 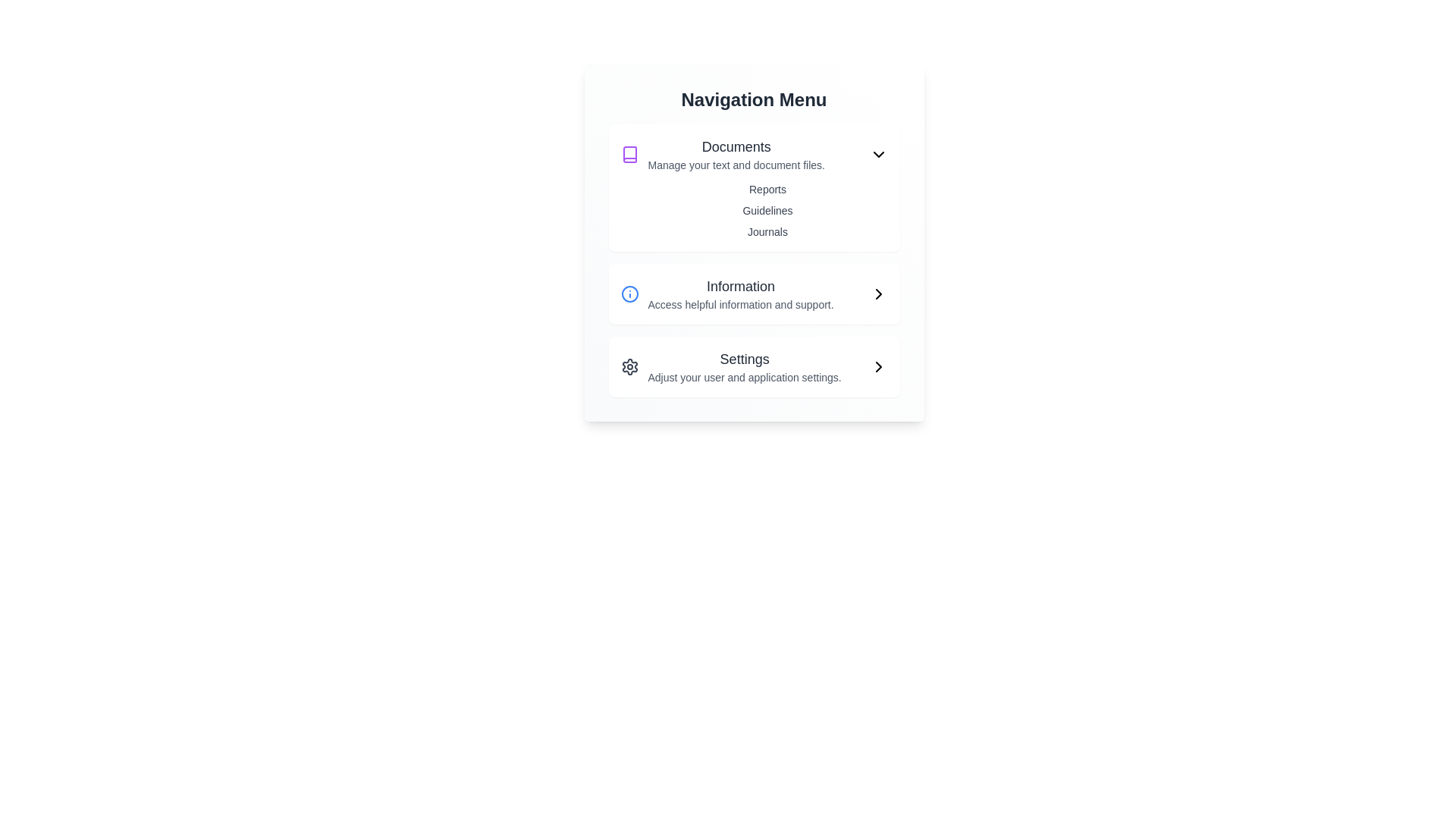 What do you see at coordinates (722, 155) in the screenshot?
I see `the first navigation menu item labeled 'Documents', which features a book icon and describes managing text and document files` at bounding box center [722, 155].